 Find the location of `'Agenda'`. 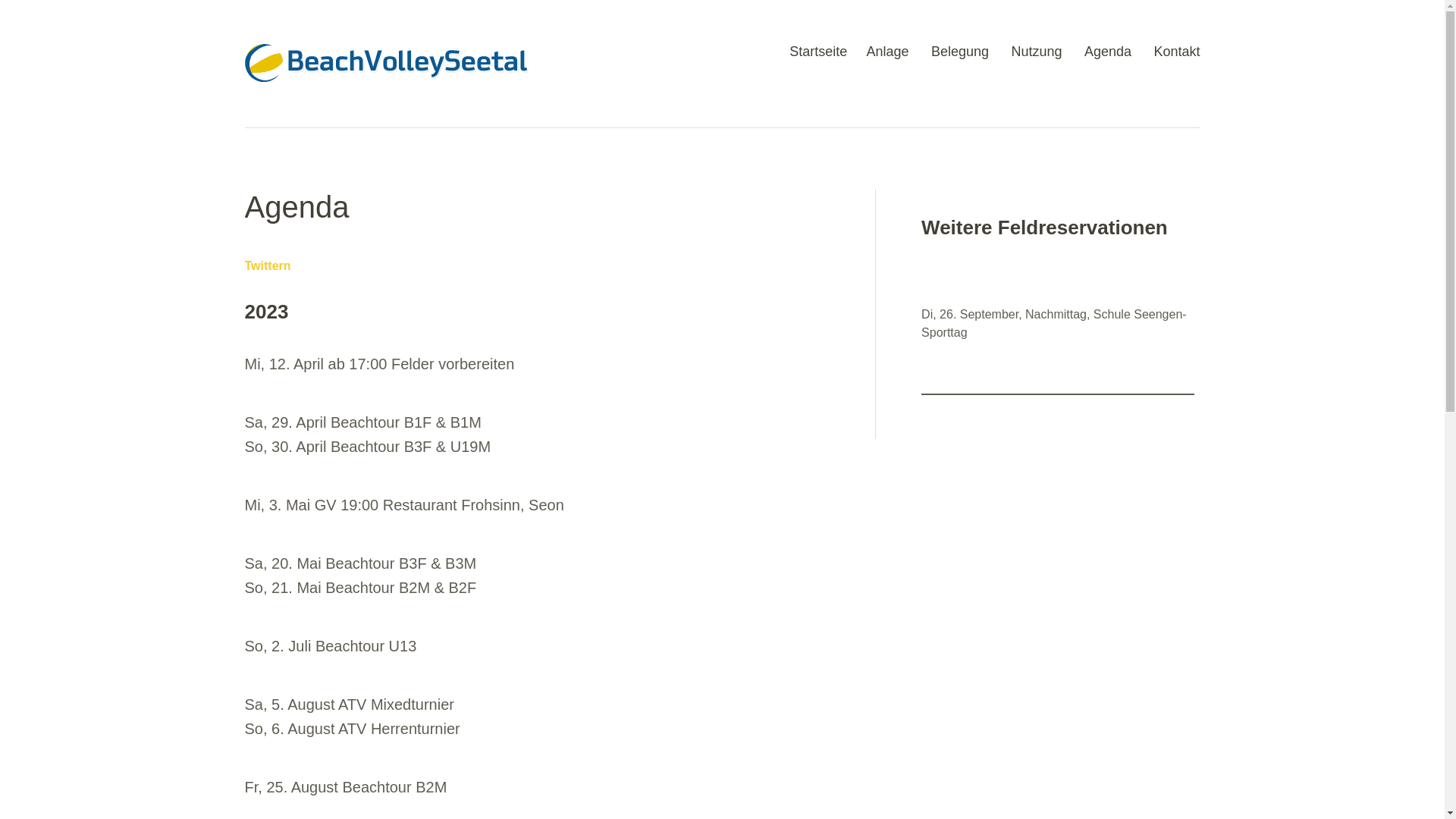

'Agenda' is located at coordinates (1107, 58).